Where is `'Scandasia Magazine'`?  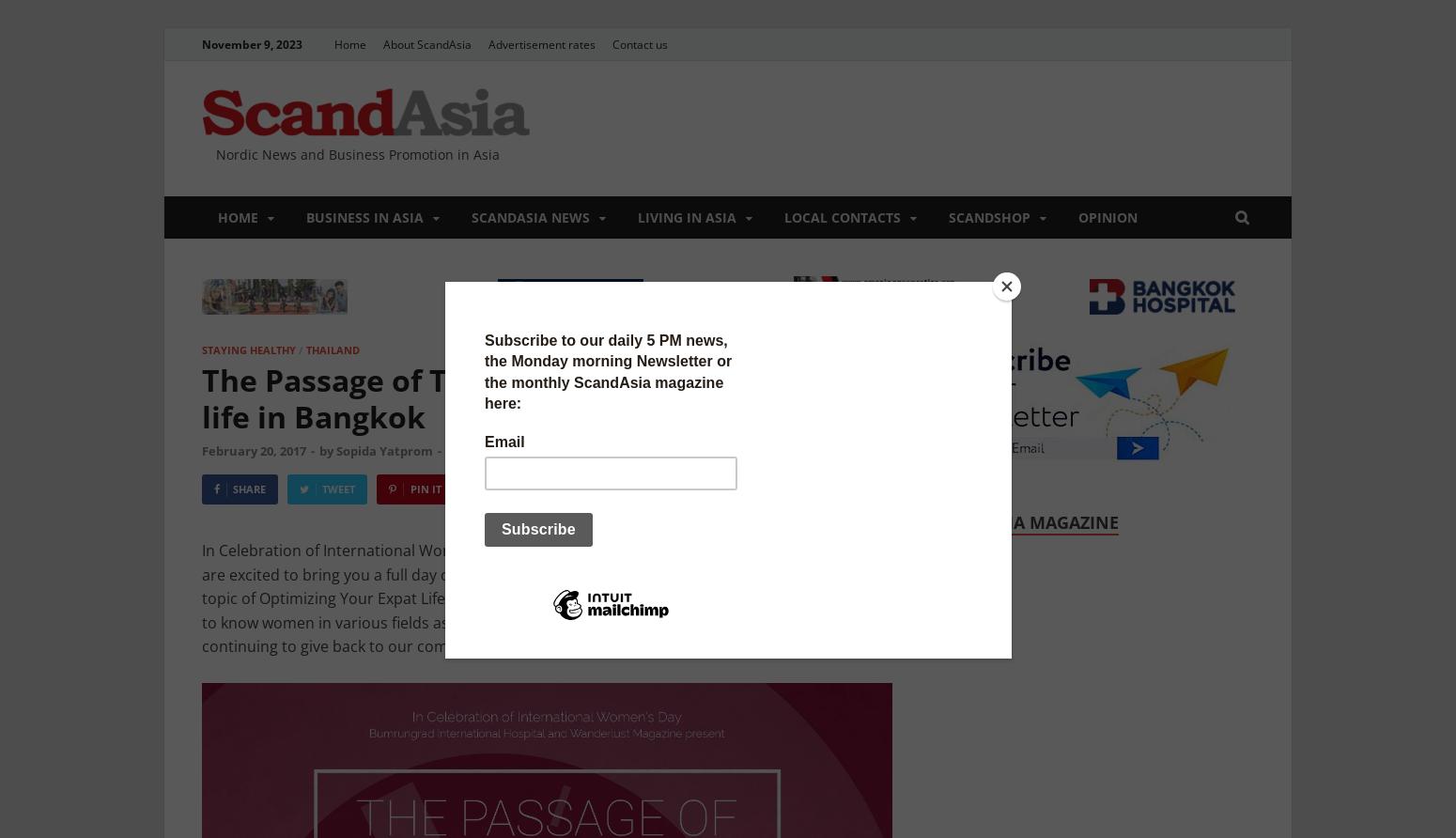 'Scandasia Magazine' is located at coordinates (1023, 521).